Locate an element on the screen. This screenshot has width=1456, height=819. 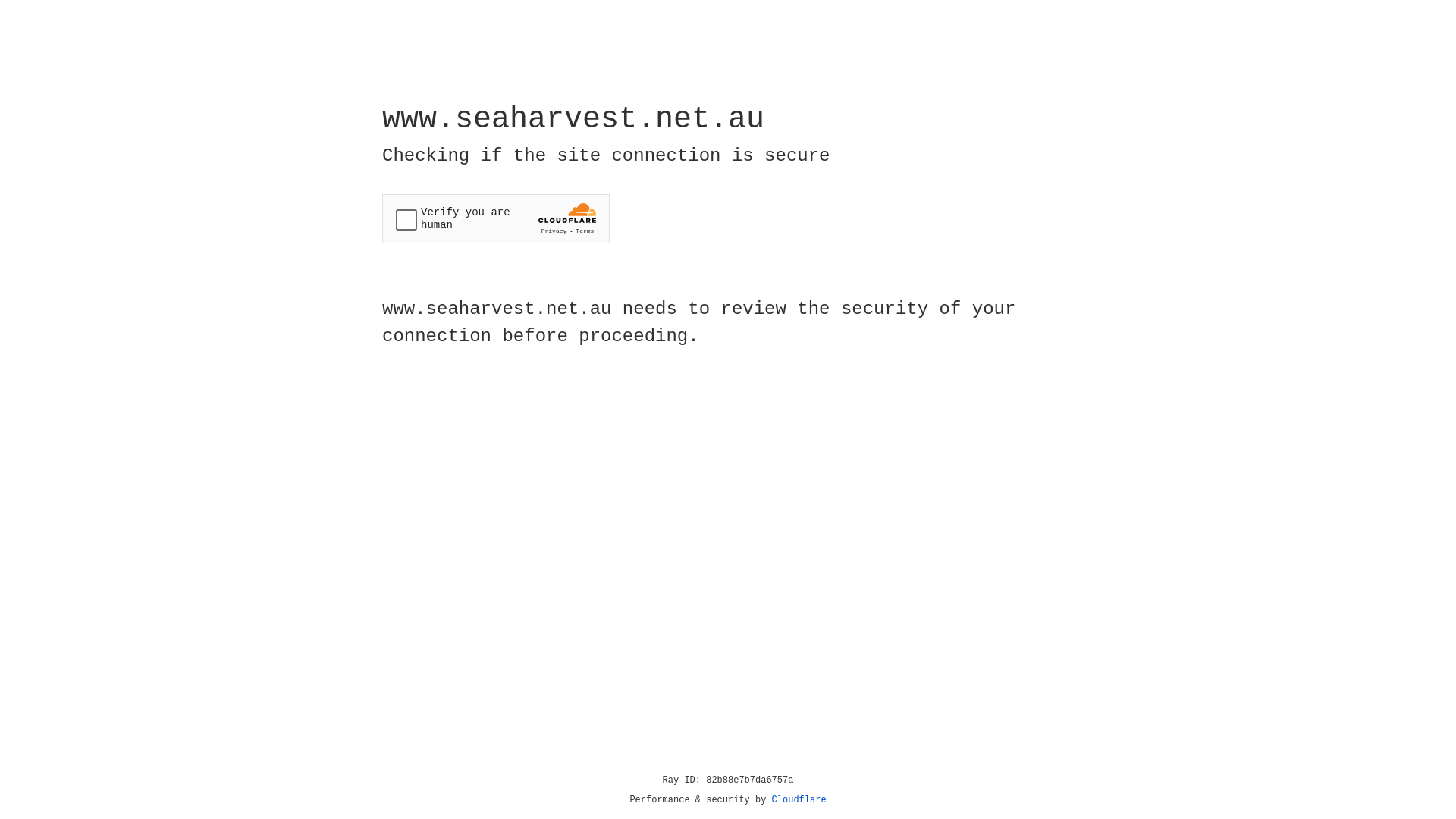
'Cloudflare' is located at coordinates (771, 799).